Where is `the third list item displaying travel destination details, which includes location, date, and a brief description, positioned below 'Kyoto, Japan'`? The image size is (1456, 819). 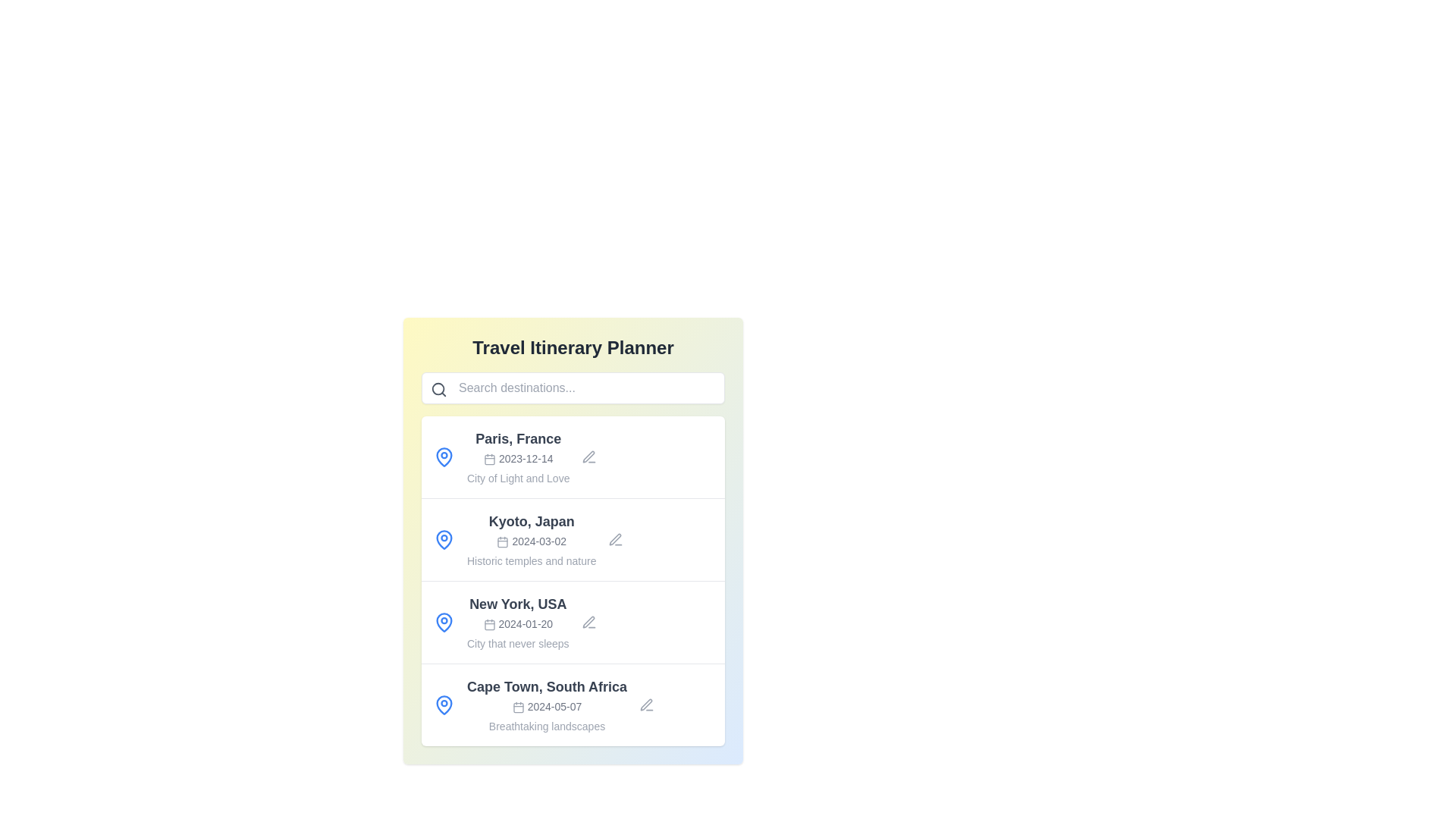
the third list item displaying travel destination details, which includes location, date, and a brief description, positioned below 'Kyoto, Japan' is located at coordinates (572, 622).